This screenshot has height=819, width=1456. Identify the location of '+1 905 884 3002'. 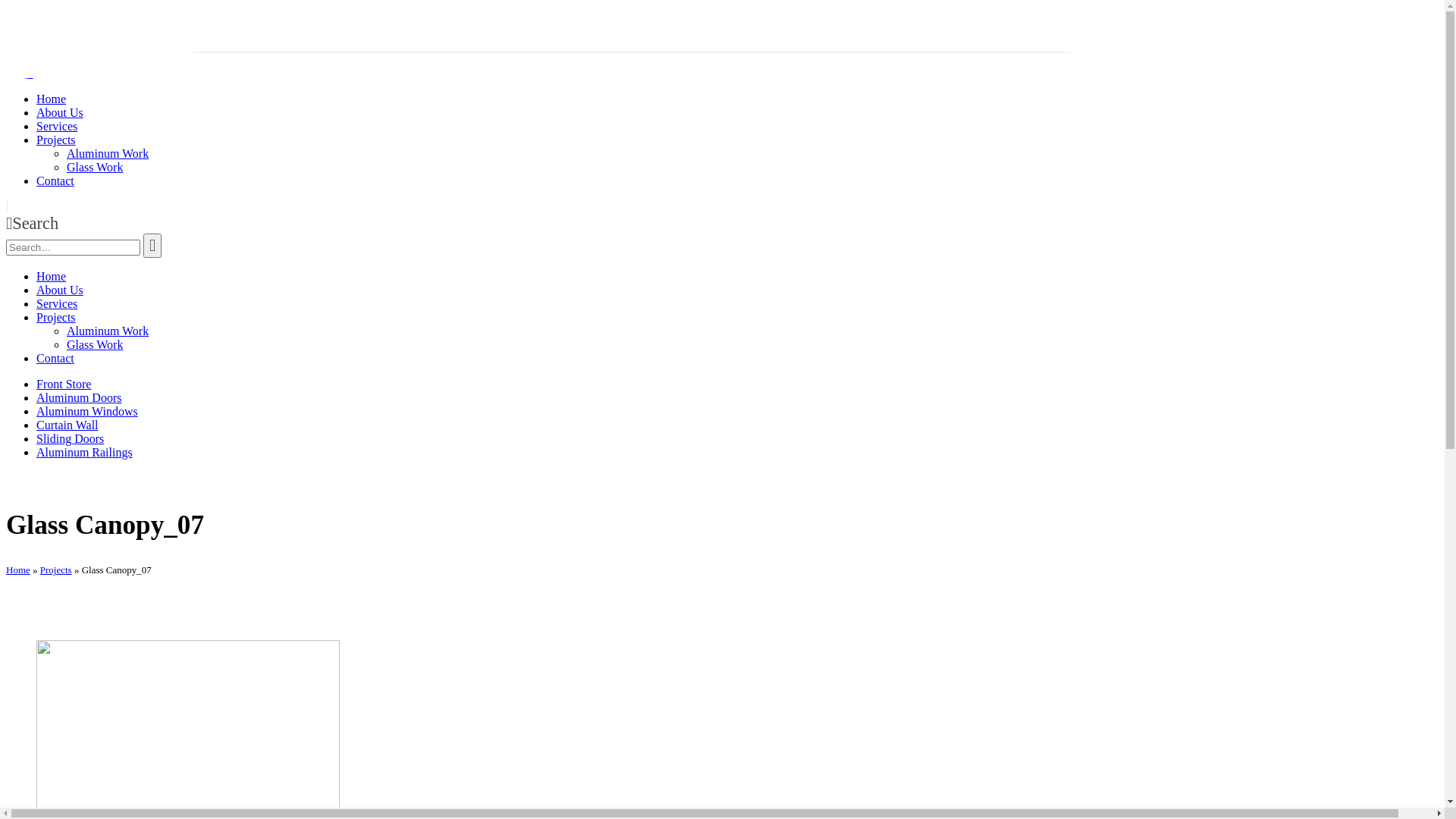
(114, 18).